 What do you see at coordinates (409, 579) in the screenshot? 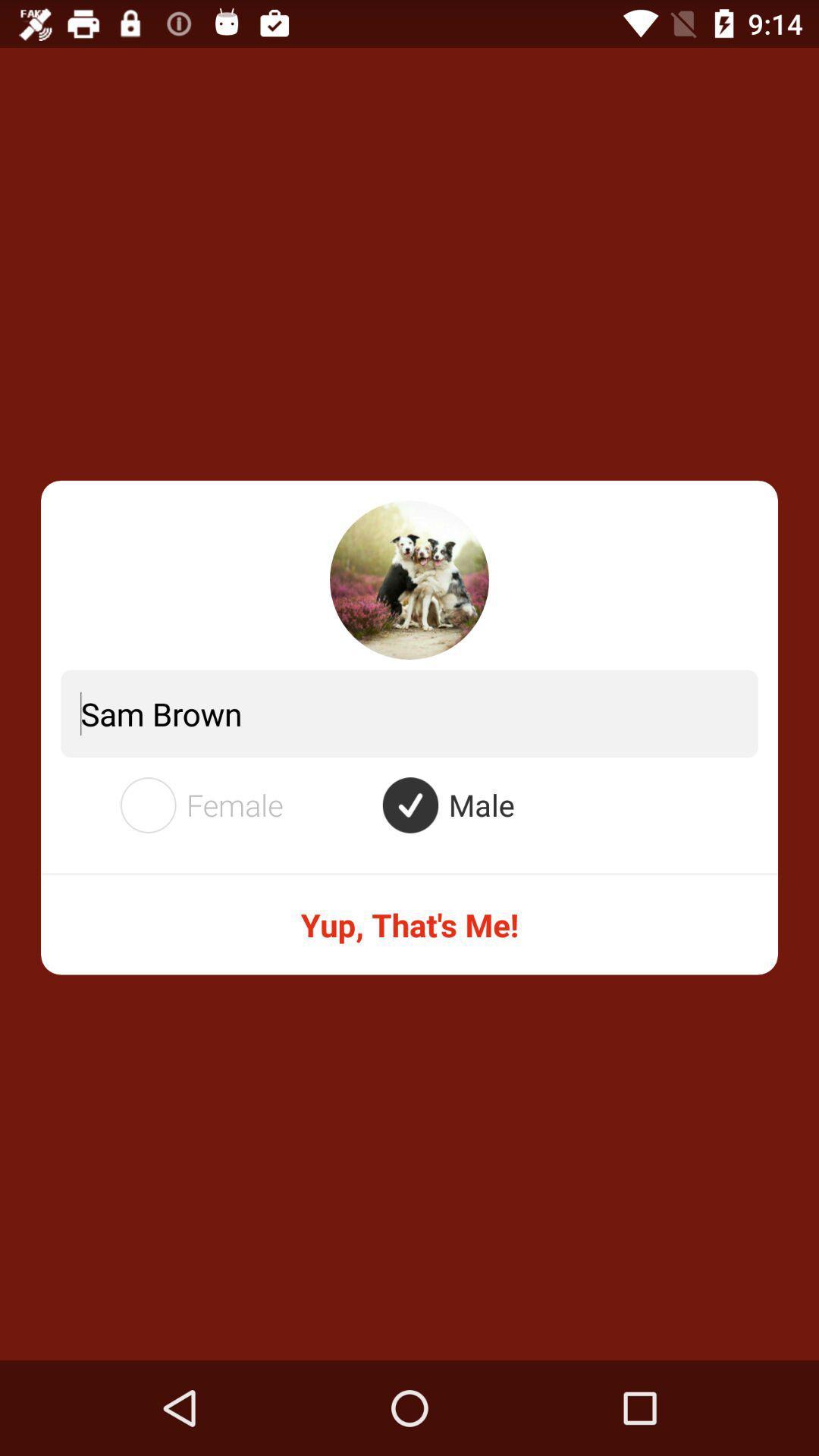
I see `change avatar` at bounding box center [409, 579].